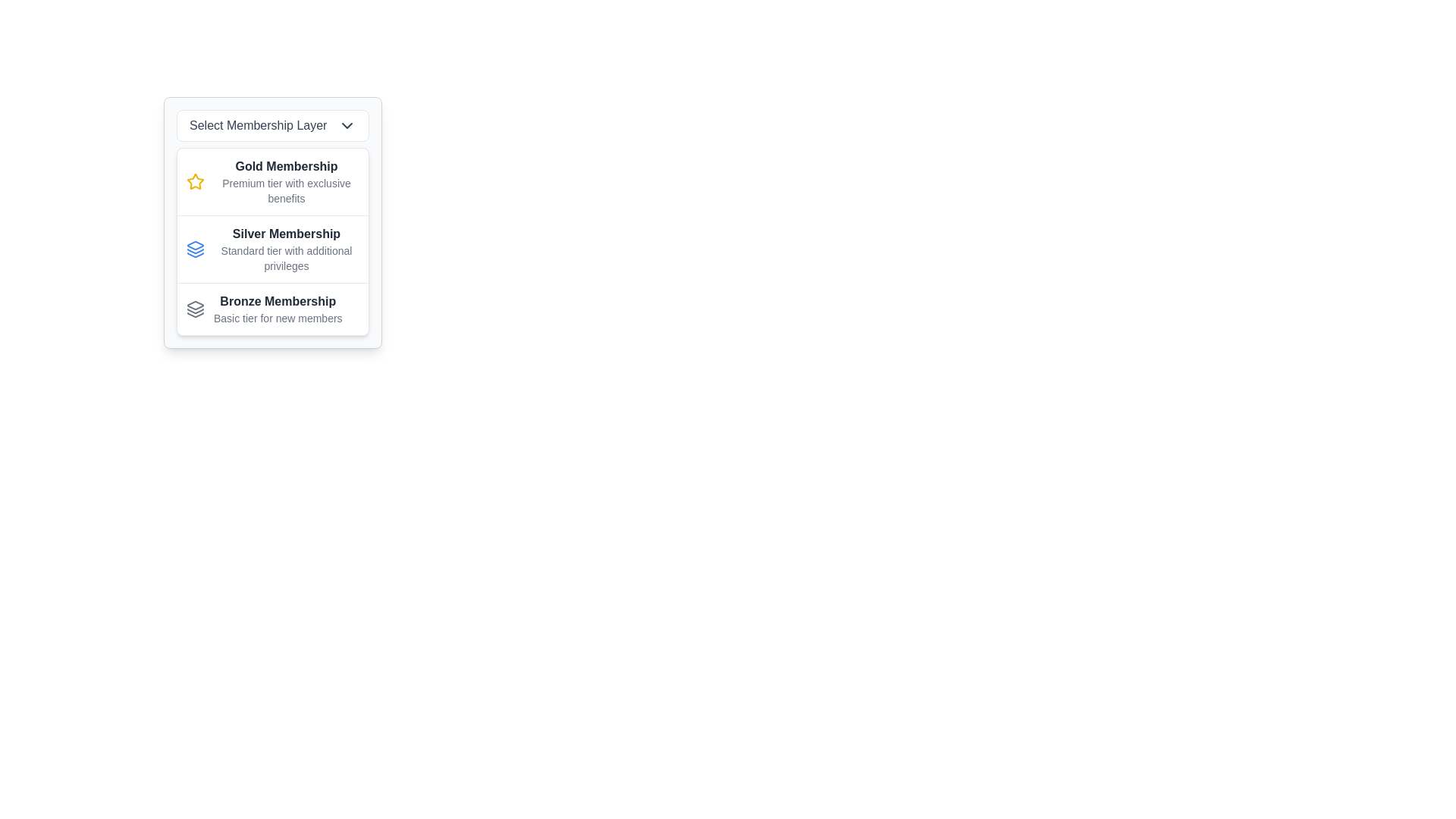  What do you see at coordinates (195, 314) in the screenshot?
I see `the third layer vector graphic element in the stack icon, which is visually represented with a slanted design and shadowing effect` at bounding box center [195, 314].